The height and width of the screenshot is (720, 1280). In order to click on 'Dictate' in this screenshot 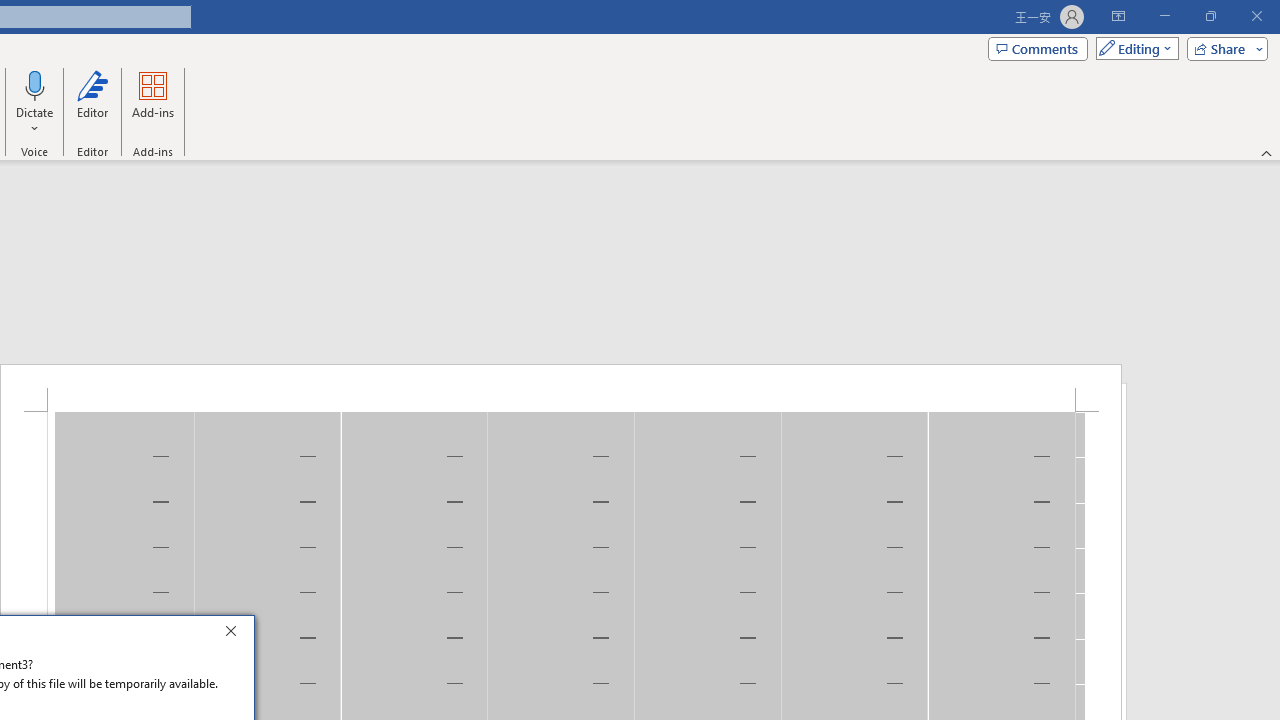, I will do `click(35, 84)`.